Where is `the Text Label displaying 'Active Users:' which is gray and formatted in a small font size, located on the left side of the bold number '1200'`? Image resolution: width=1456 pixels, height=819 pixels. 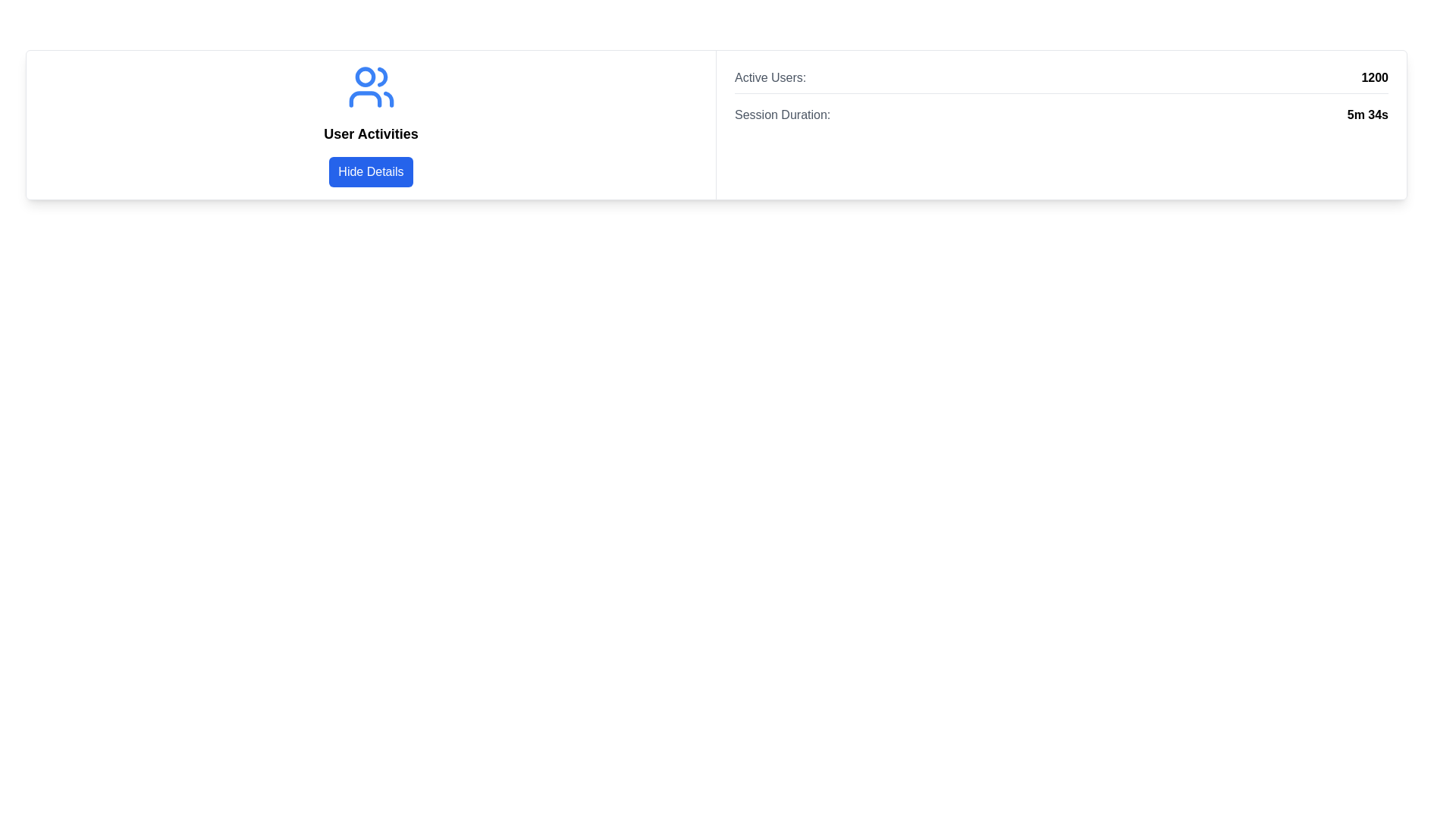
the Text Label displaying 'Active Users:' which is gray and formatted in a small font size, located on the left side of the bold number '1200' is located at coordinates (770, 78).